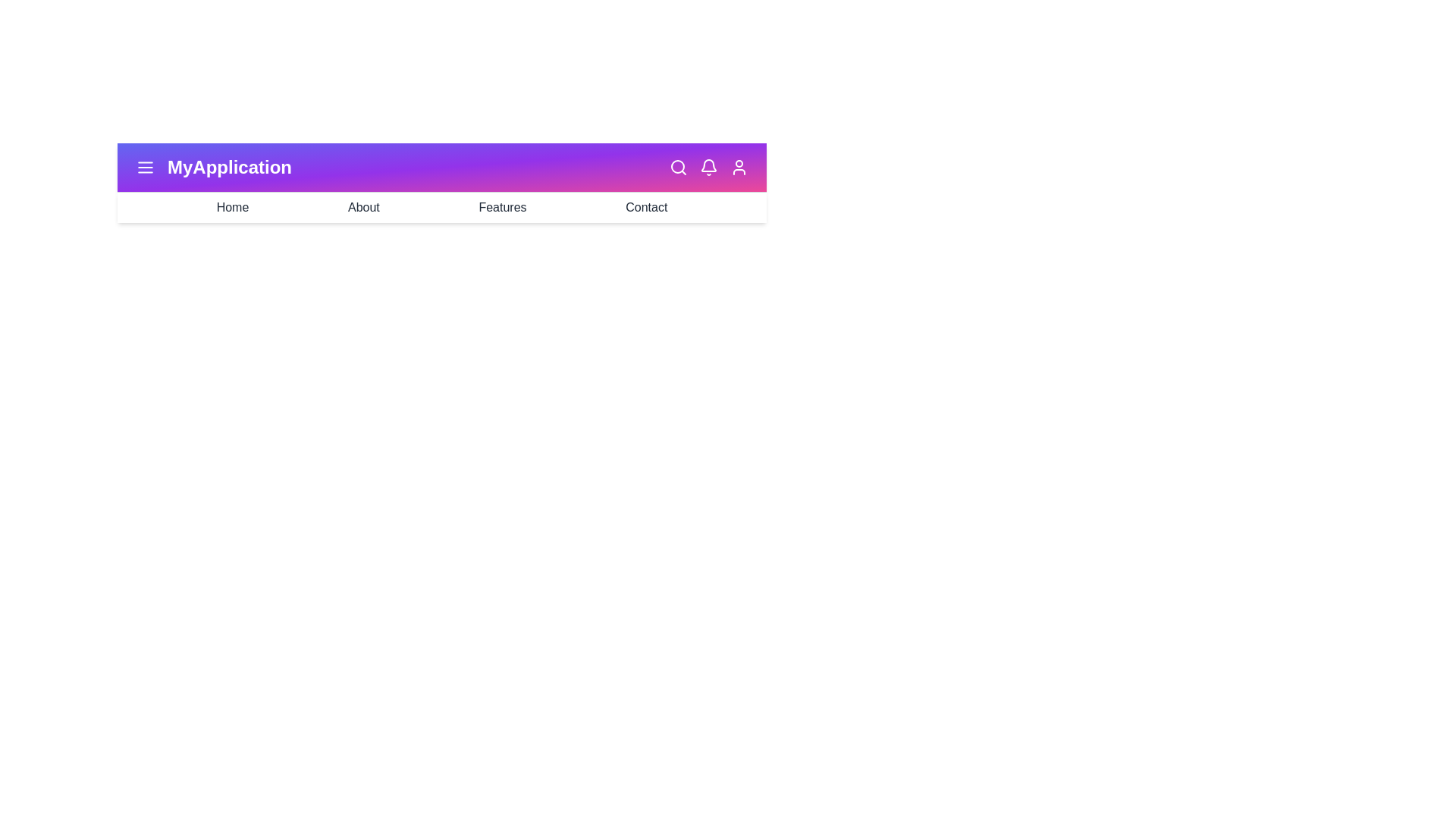  Describe the element at coordinates (677, 167) in the screenshot. I see `the search icon to initiate a search` at that location.